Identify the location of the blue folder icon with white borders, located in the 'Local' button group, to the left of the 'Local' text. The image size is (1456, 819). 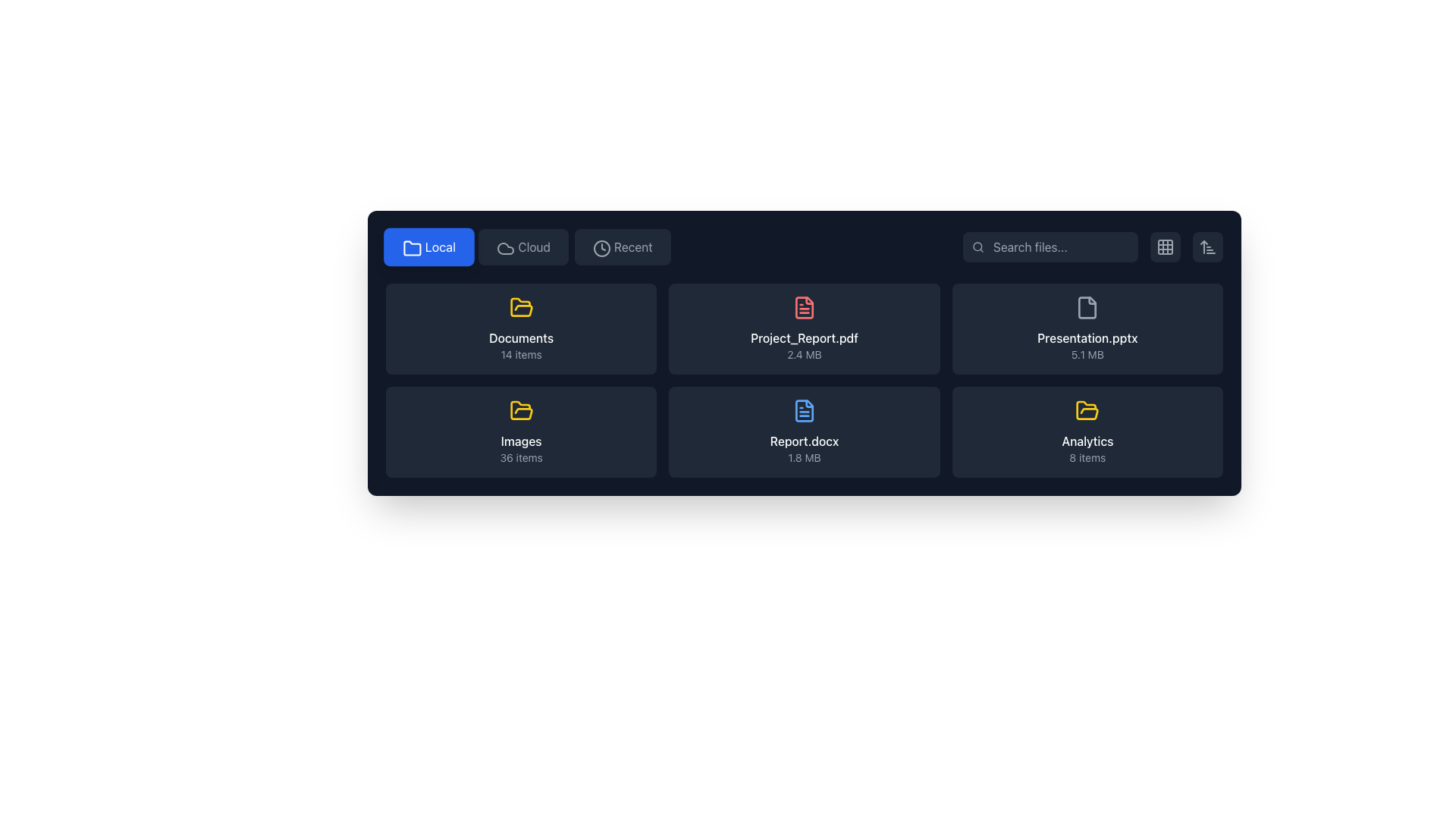
(410, 246).